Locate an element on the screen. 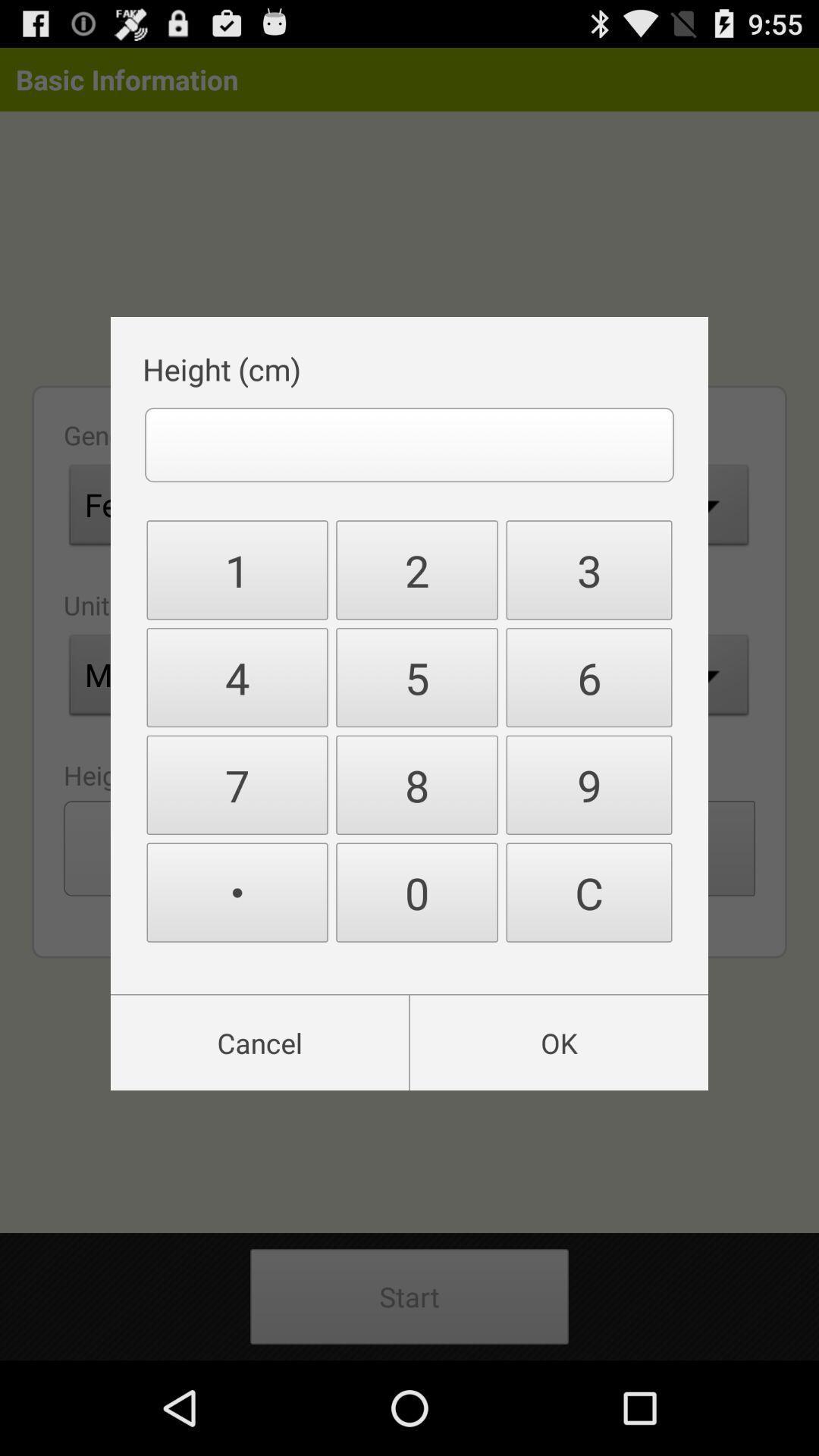 The image size is (819, 1456). 4 is located at coordinates (237, 676).